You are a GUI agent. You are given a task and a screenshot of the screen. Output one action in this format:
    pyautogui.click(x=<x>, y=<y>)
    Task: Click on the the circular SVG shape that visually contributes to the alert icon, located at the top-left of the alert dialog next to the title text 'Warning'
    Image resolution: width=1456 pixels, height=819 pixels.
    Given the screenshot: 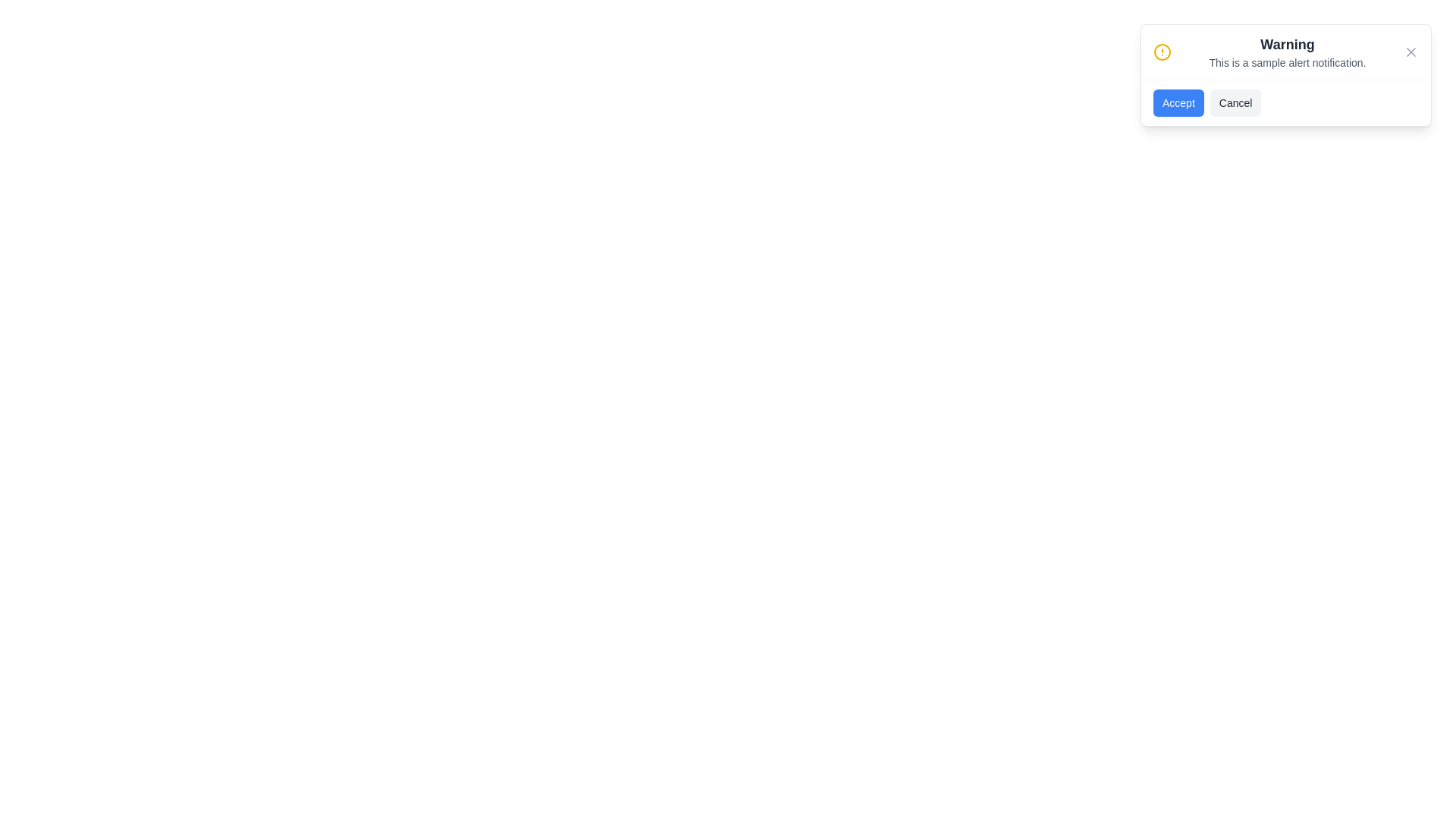 What is the action you would take?
    pyautogui.click(x=1161, y=52)
    